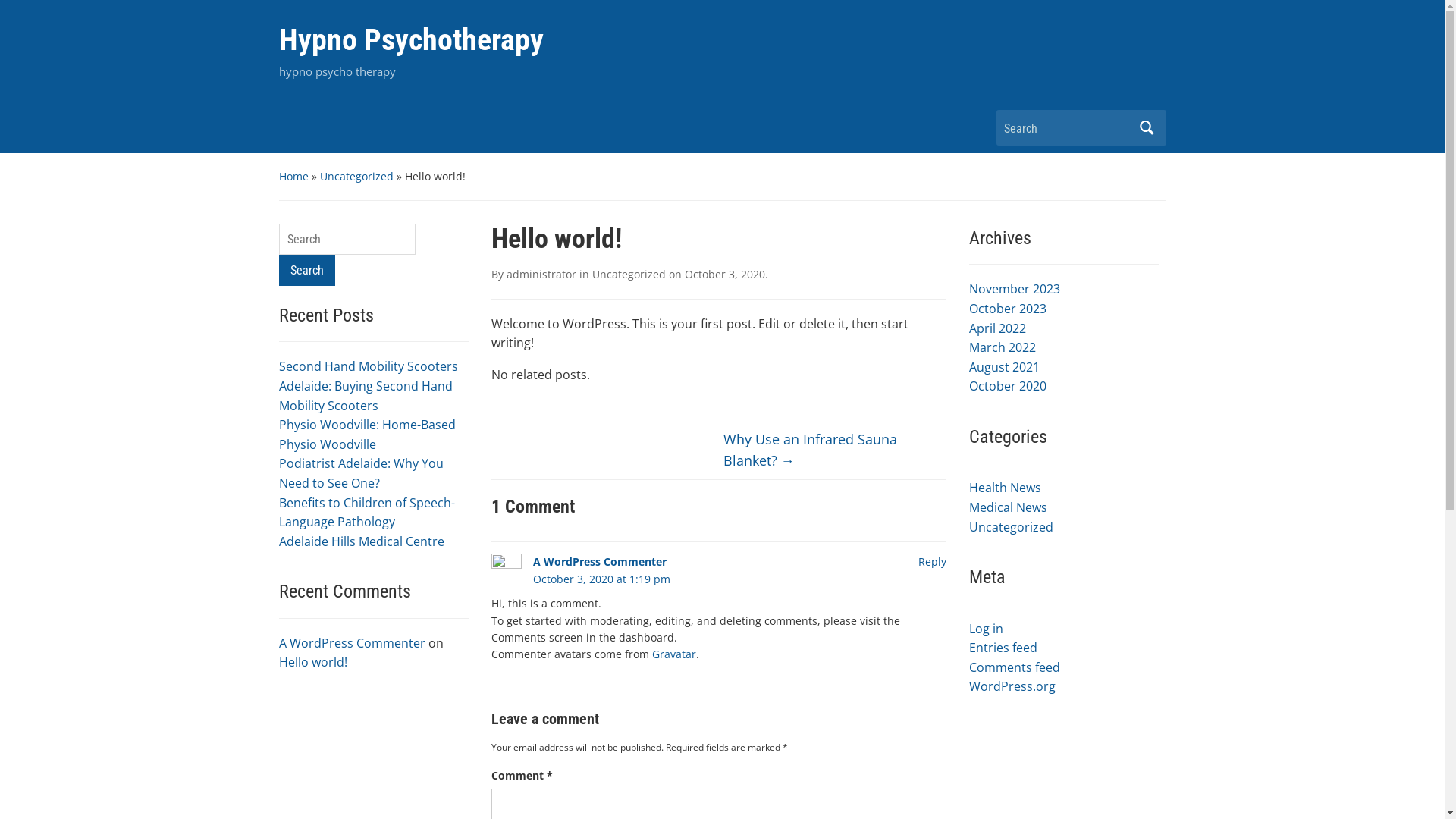  What do you see at coordinates (1008, 308) in the screenshot?
I see `'October 2023'` at bounding box center [1008, 308].